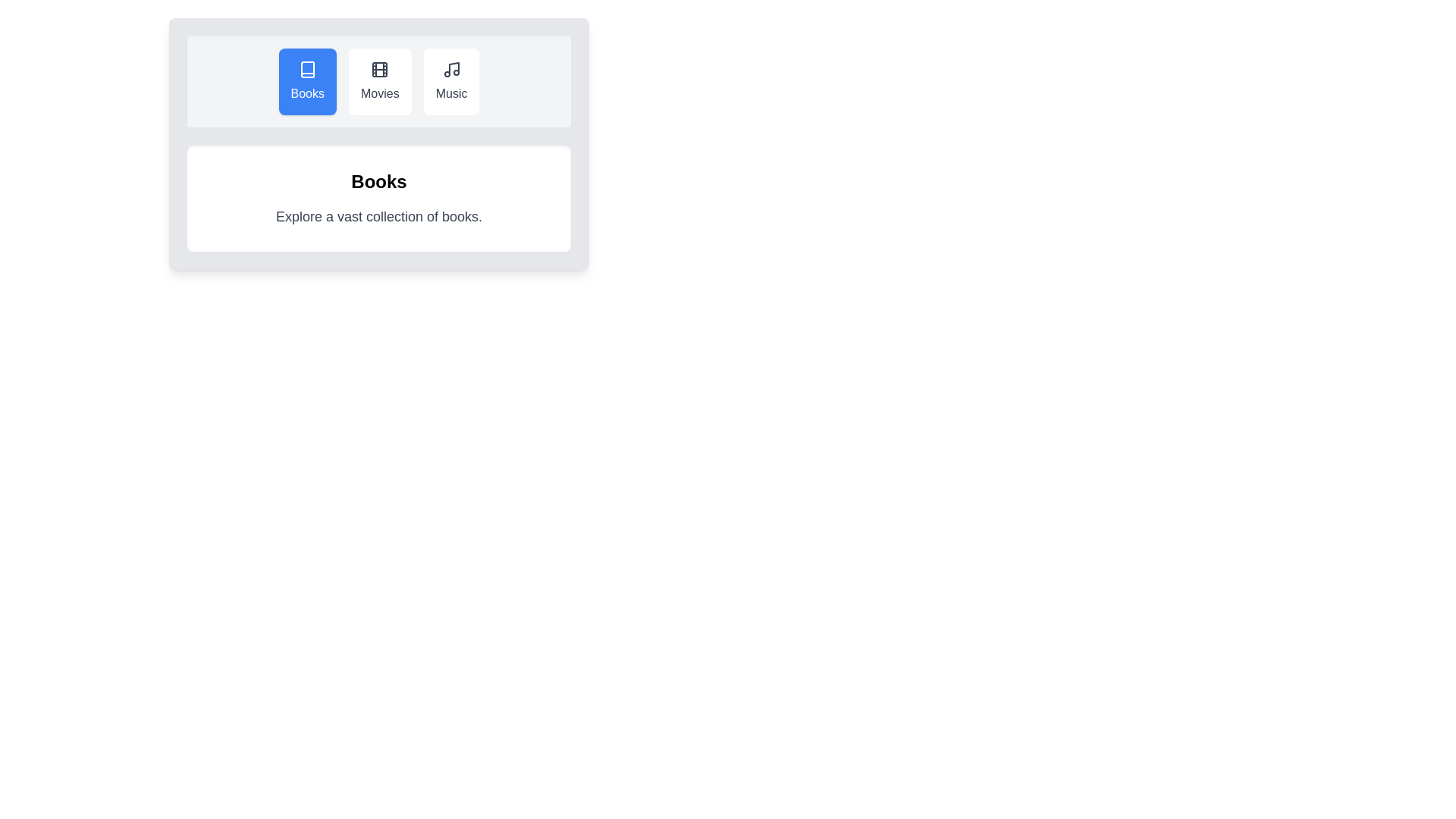 This screenshot has height=819, width=1456. I want to click on the tab with title Books to select it, so click(306, 82).